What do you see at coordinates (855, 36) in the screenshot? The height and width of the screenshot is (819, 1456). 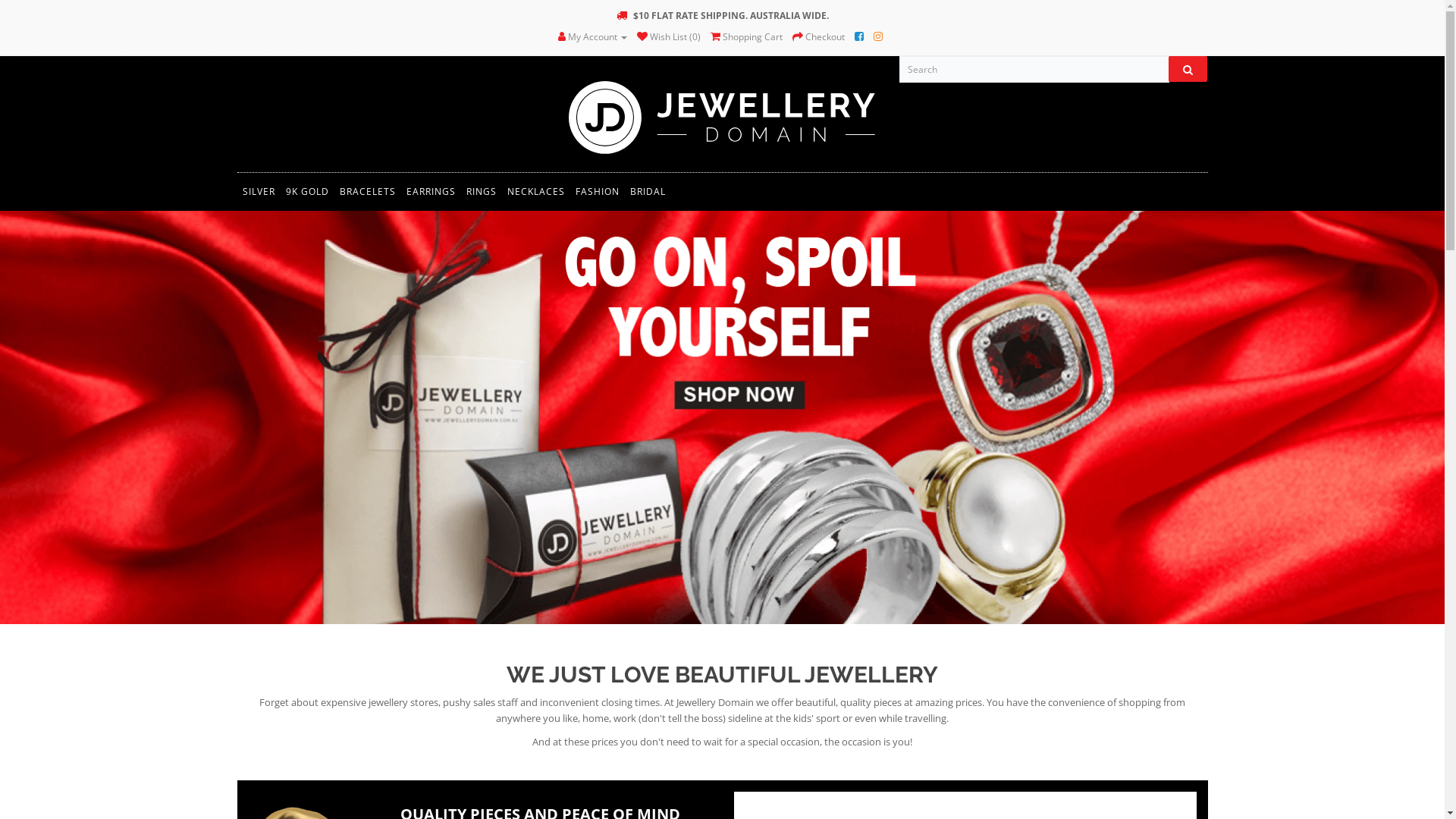 I see `'Join us on Facebook'` at bounding box center [855, 36].